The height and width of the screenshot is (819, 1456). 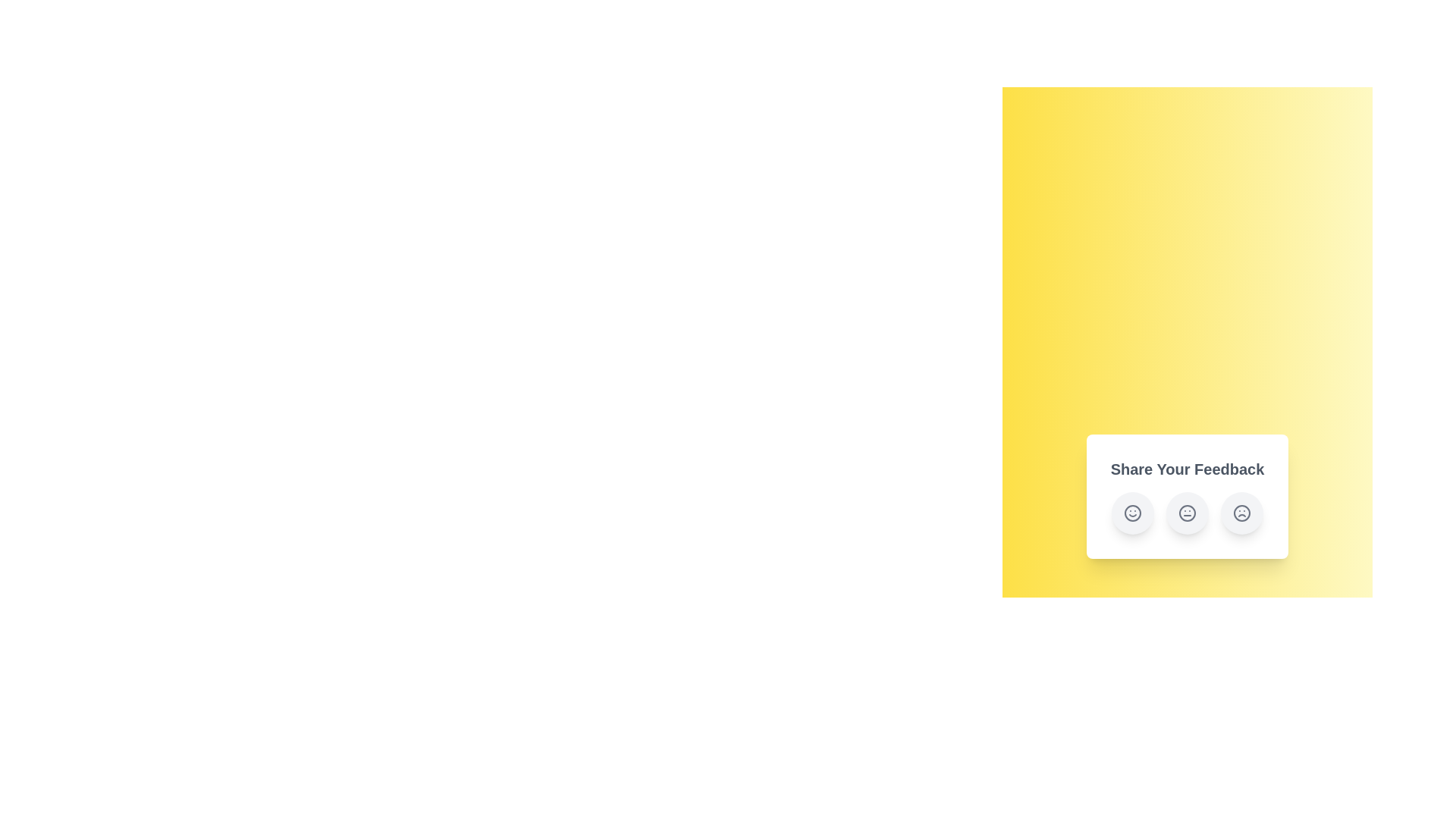 What do you see at coordinates (1132, 513) in the screenshot?
I see `the button with the label Happy` at bounding box center [1132, 513].